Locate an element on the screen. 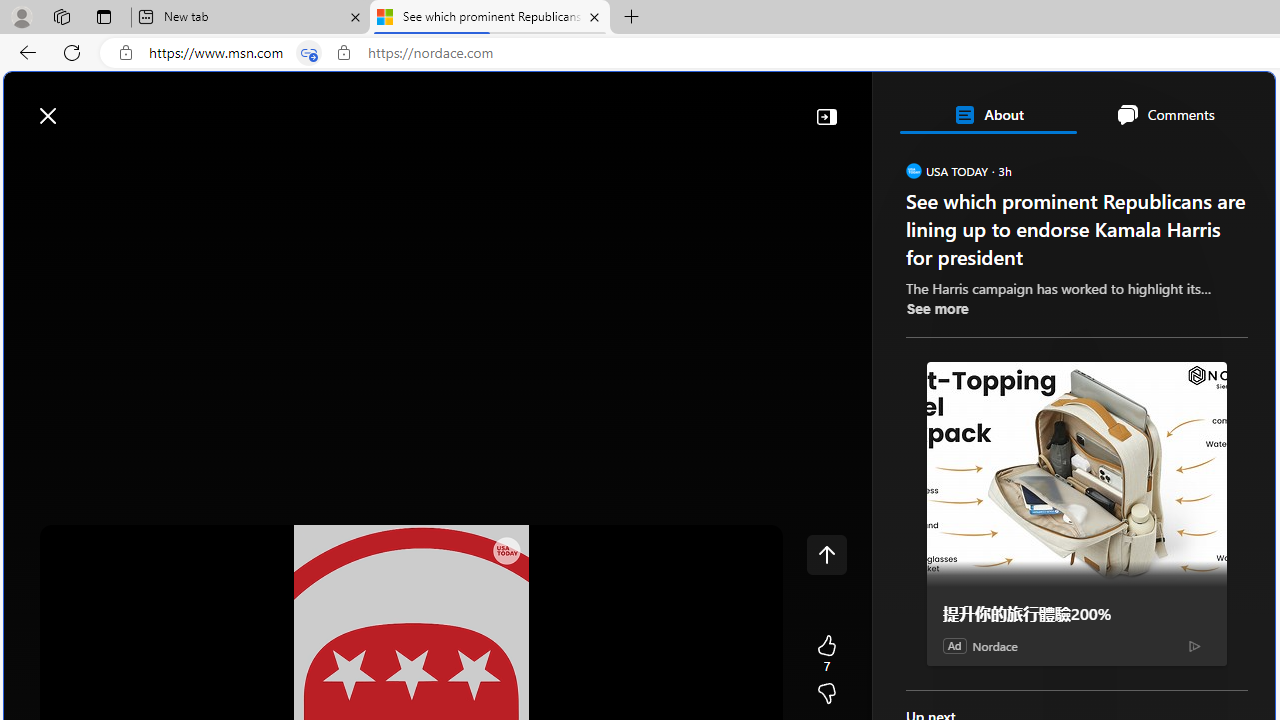 The height and width of the screenshot is (720, 1280). '7 Like' is located at coordinates (826, 654).